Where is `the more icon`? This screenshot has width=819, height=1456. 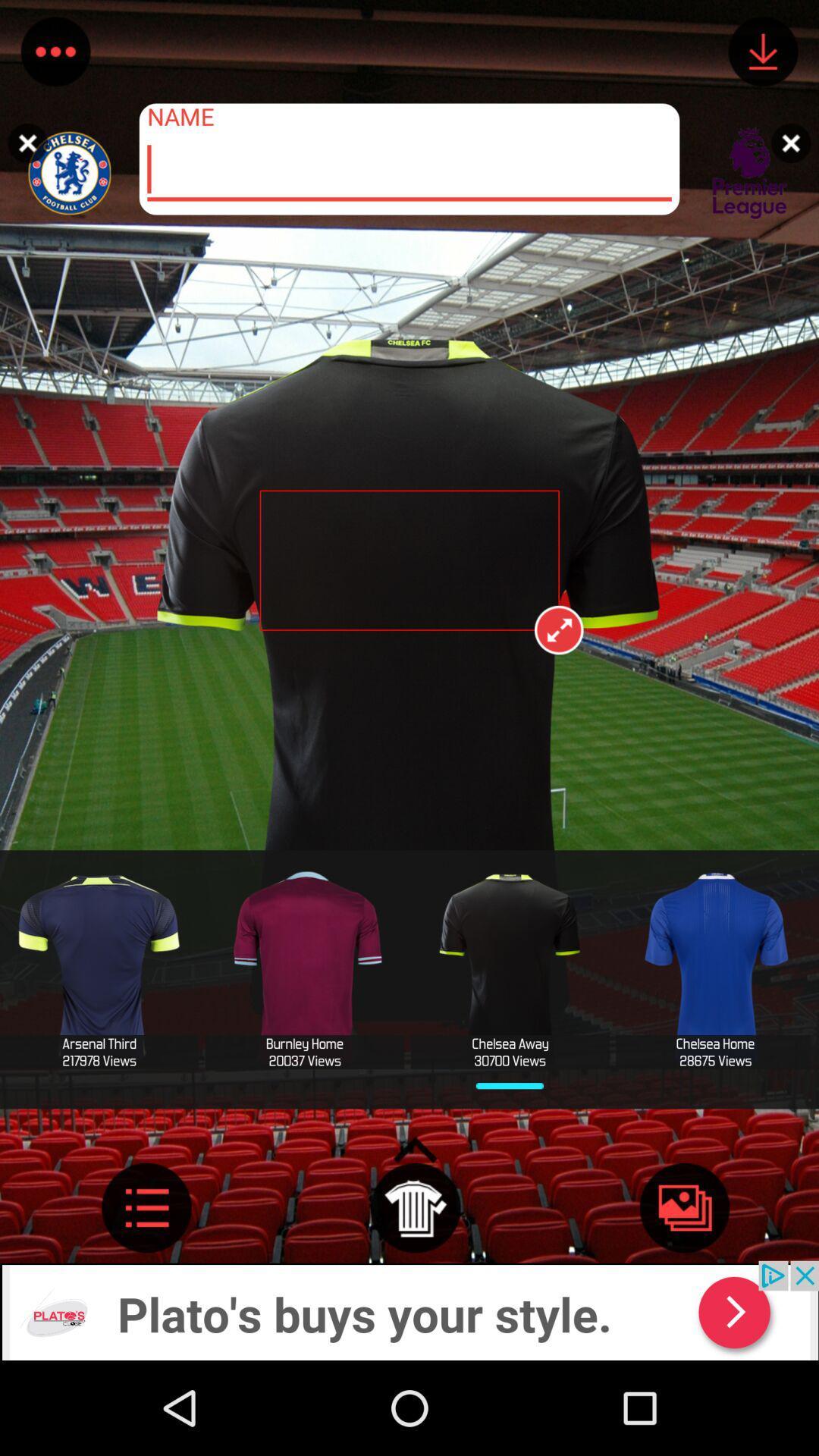 the more icon is located at coordinates (146, 1291).